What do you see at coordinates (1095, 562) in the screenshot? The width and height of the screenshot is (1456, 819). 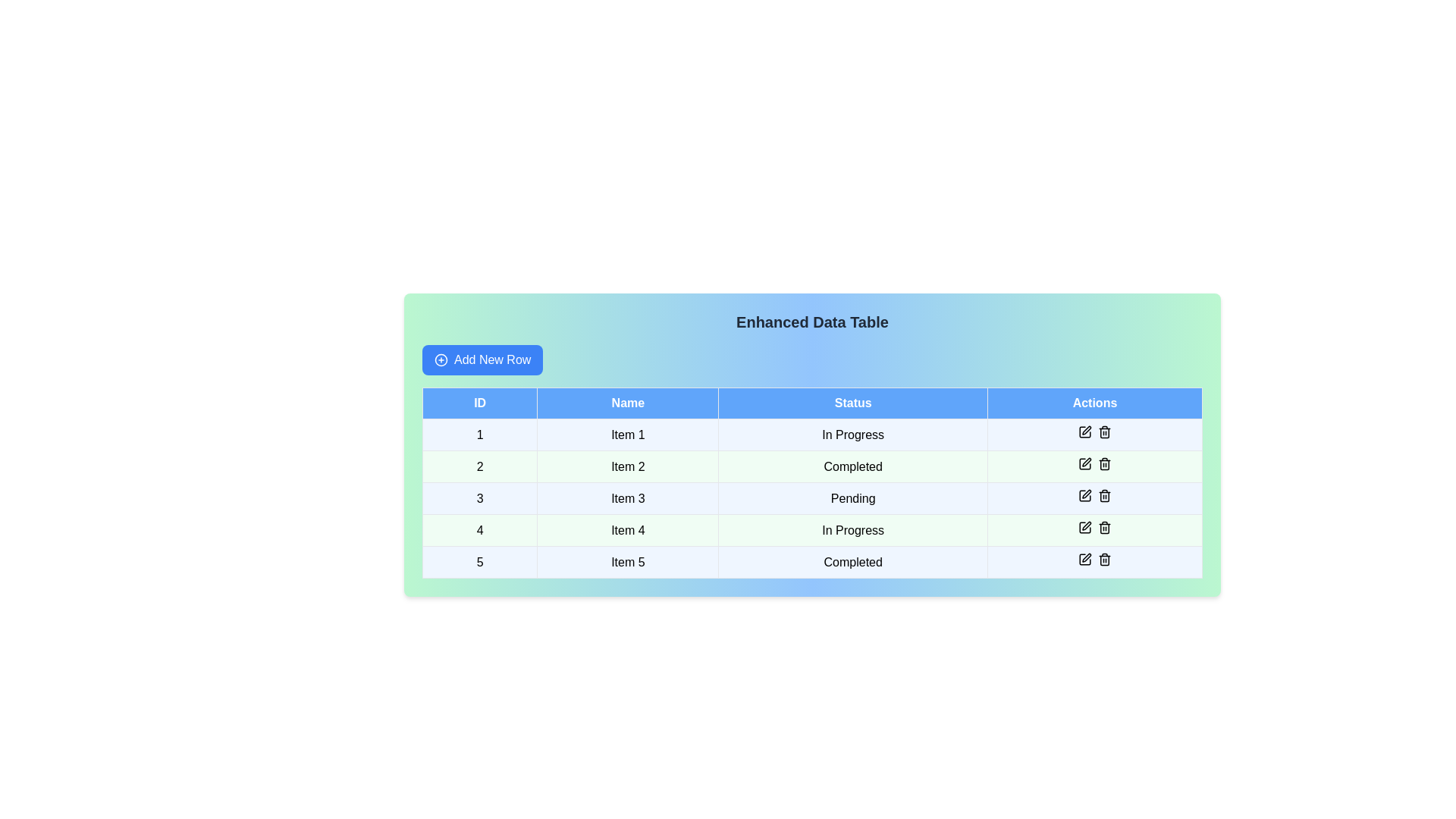 I see `the trash can icon in the 'Actions' column of the fifth row` at bounding box center [1095, 562].